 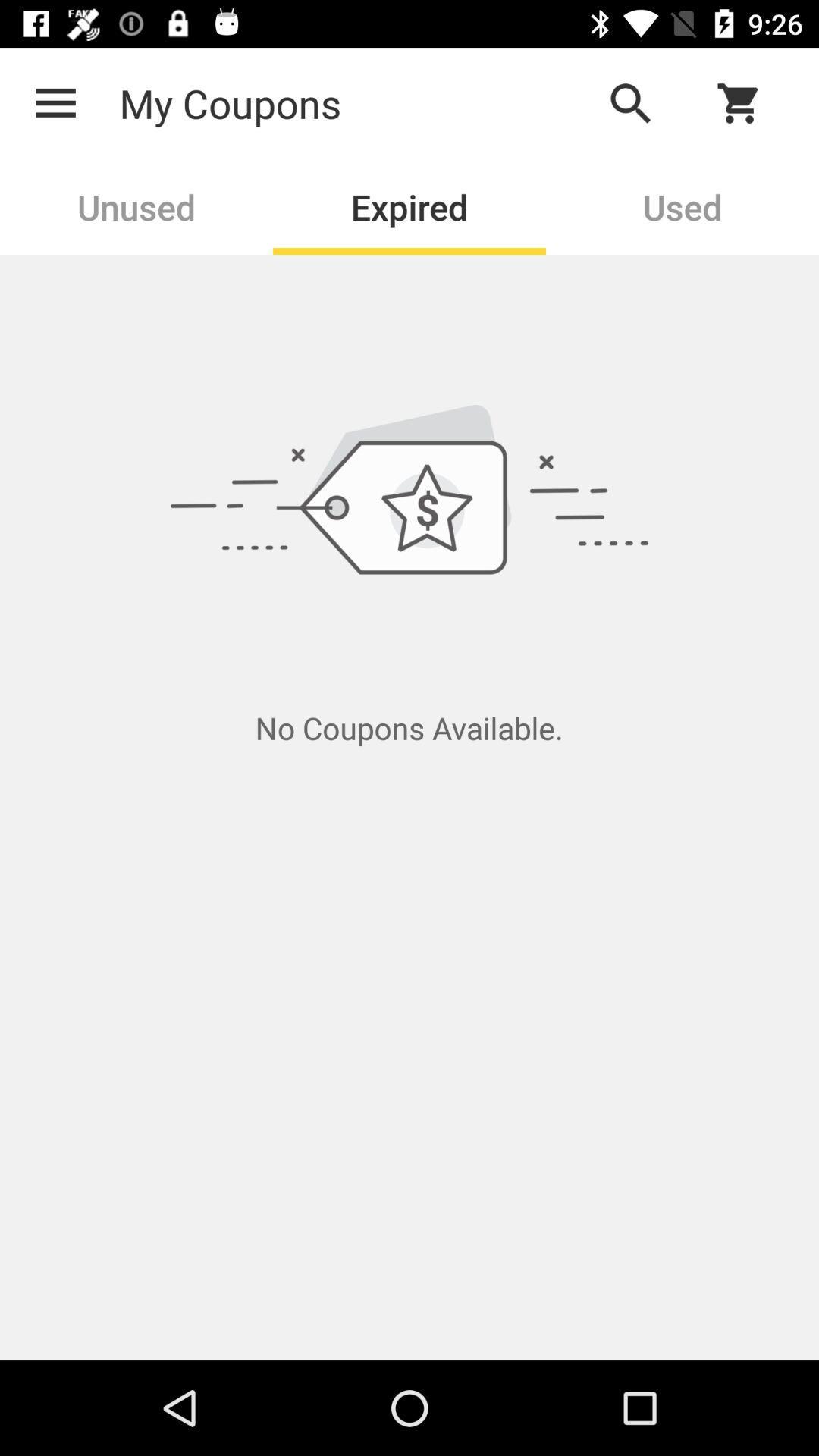 What do you see at coordinates (630, 102) in the screenshot?
I see `the icon above the used item` at bounding box center [630, 102].